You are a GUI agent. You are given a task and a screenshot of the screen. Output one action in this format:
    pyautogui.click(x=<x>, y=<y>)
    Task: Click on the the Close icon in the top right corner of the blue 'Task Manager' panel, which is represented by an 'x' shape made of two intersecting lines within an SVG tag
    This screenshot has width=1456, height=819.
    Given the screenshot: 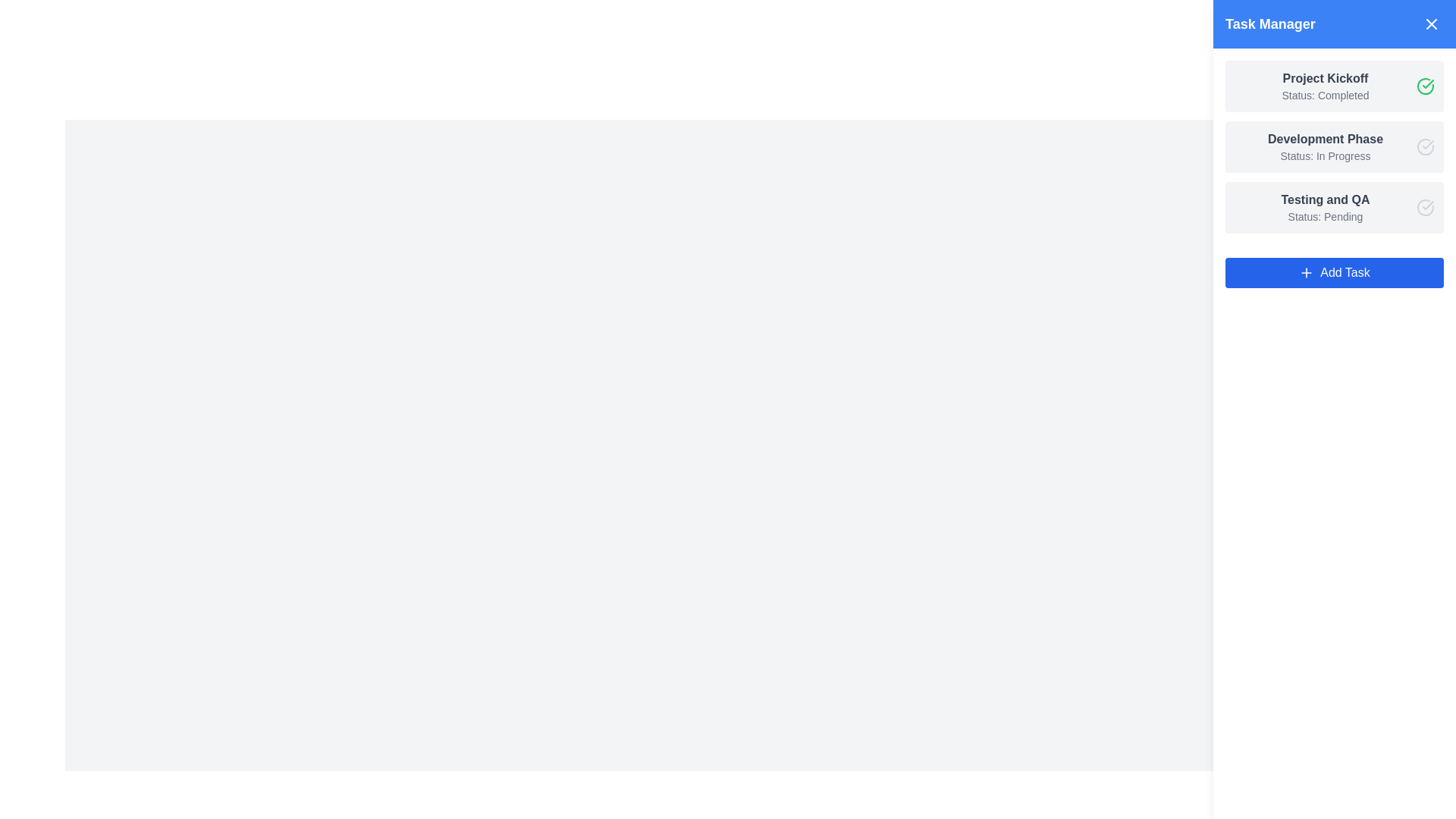 What is the action you would take?
    pyautogui.click(x=1430, y=24)
    